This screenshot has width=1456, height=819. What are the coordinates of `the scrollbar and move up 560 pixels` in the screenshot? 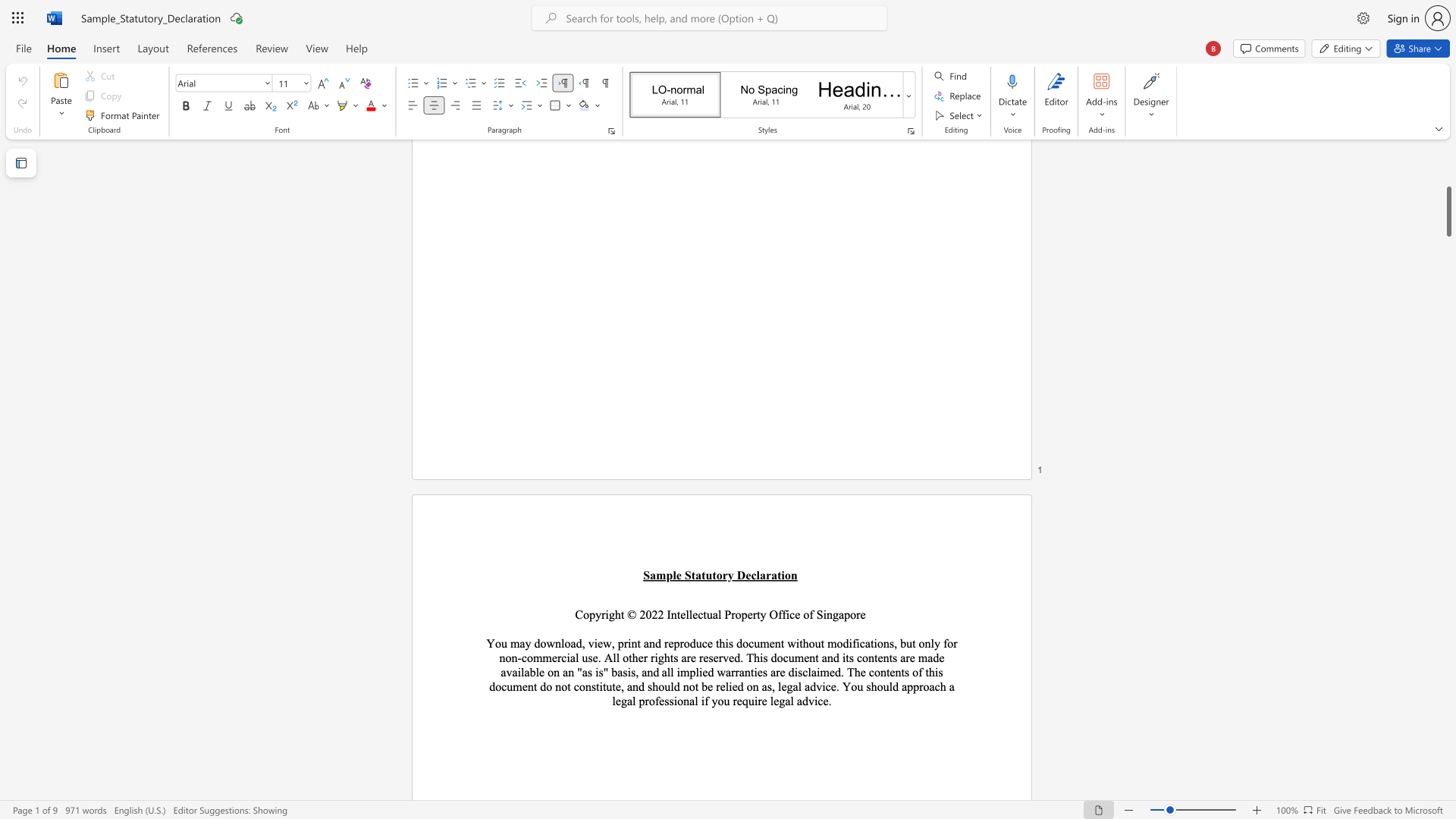 It's located at (1448, 212).